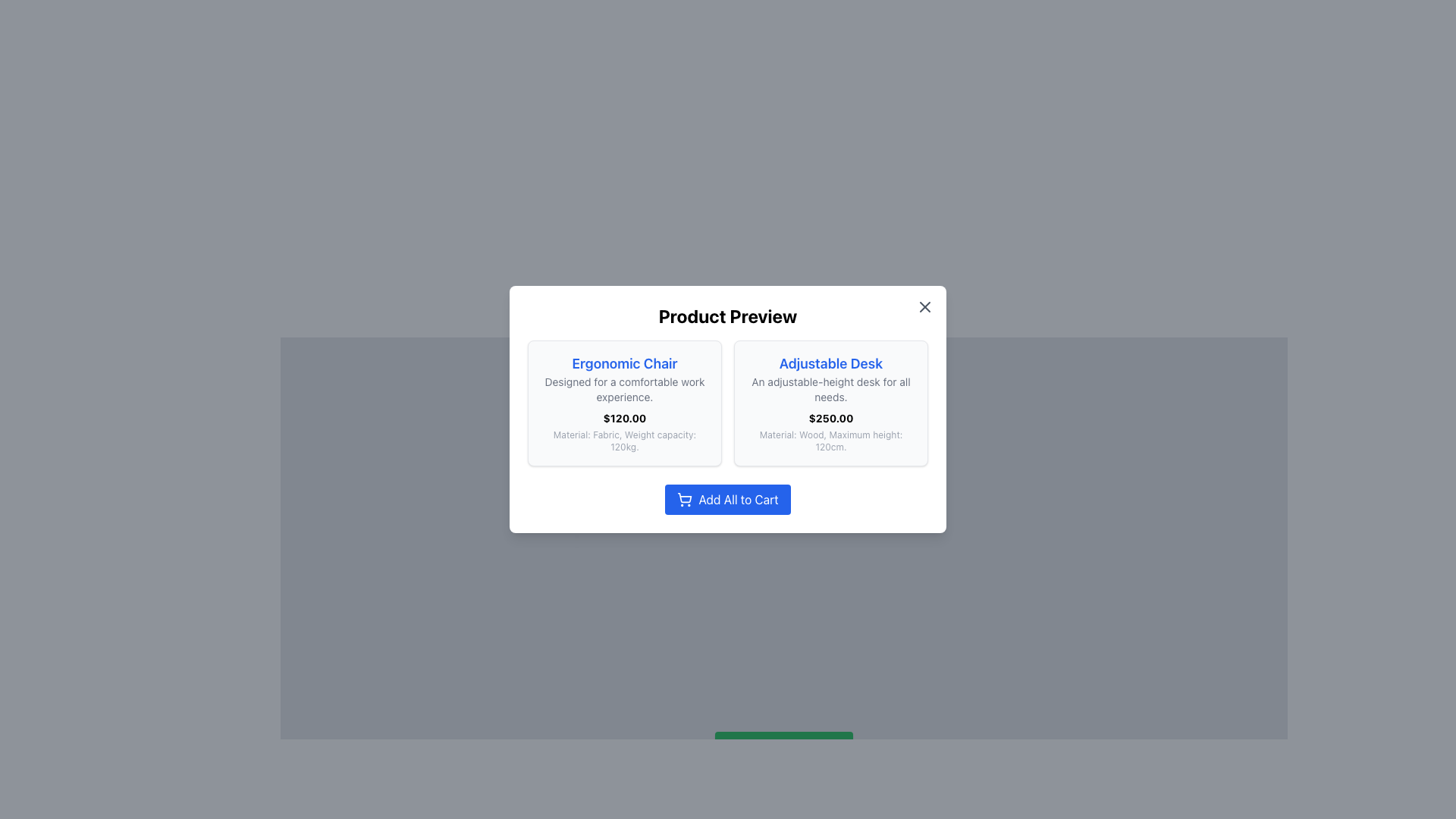 Image resolution: width=1456 pixels, height=819 pixels. What do you see at coordinates (625, 388) in the screenshot?
I see `the static text that provides a brief description of the product 'Ergonomic Chair', located below the title and above the price information` at bounding box center [625, 388].